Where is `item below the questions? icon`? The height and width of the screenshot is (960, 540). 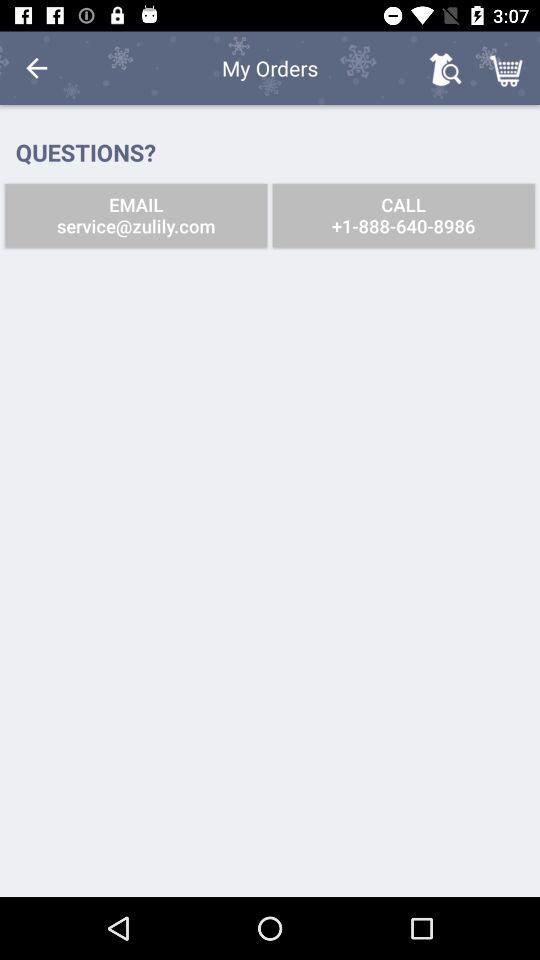 item below the questions? icon is located at coordinates (135, 215).